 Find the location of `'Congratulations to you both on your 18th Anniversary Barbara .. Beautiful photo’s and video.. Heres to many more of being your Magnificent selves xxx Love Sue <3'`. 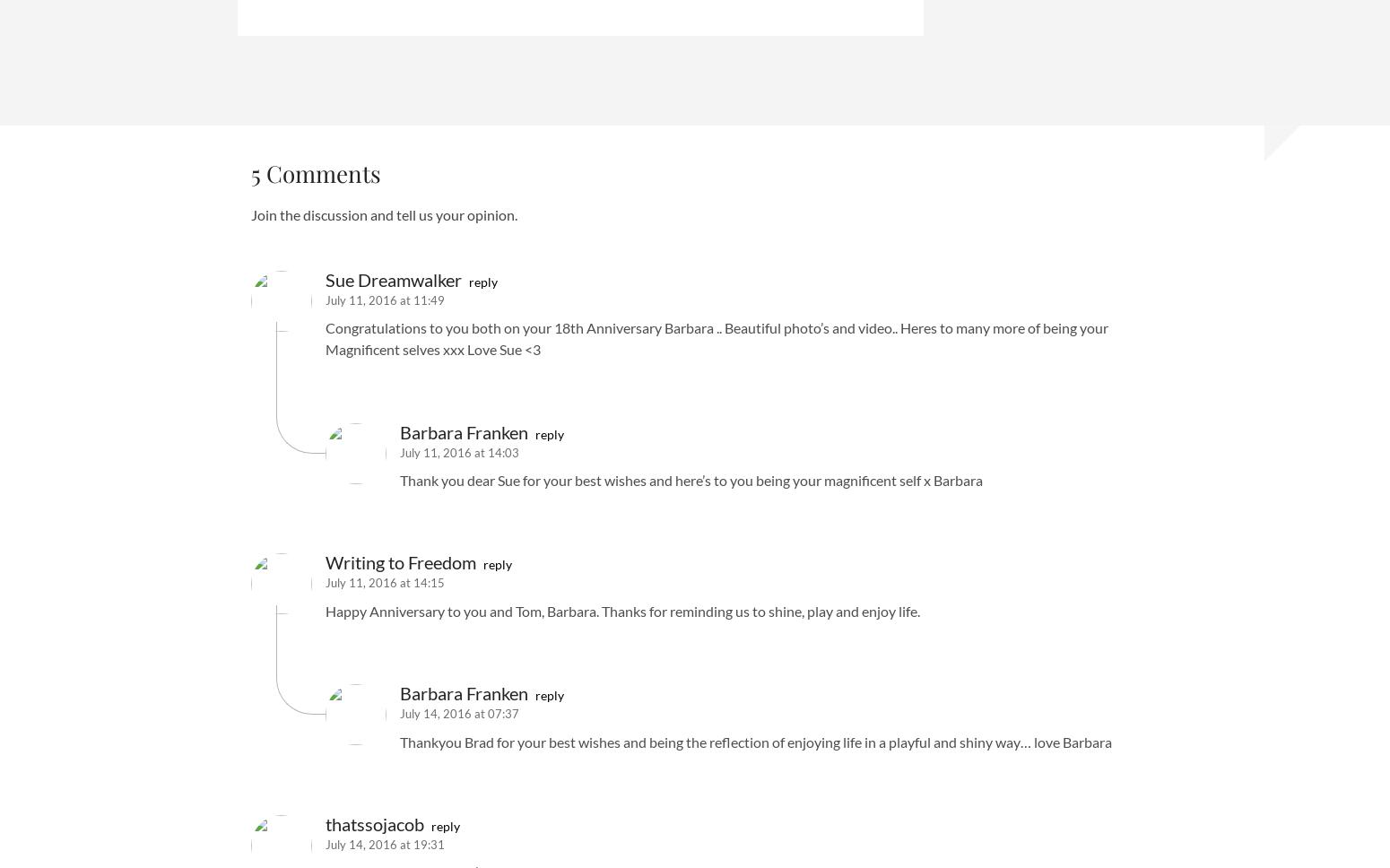

'Congratulations to you both on your 18th Anniversary Barbara .. Beautiful photo’s and video.. Heres to many more of being your Magnificent selves xxx Love Sue <3' is located at coordinates (325, 337).